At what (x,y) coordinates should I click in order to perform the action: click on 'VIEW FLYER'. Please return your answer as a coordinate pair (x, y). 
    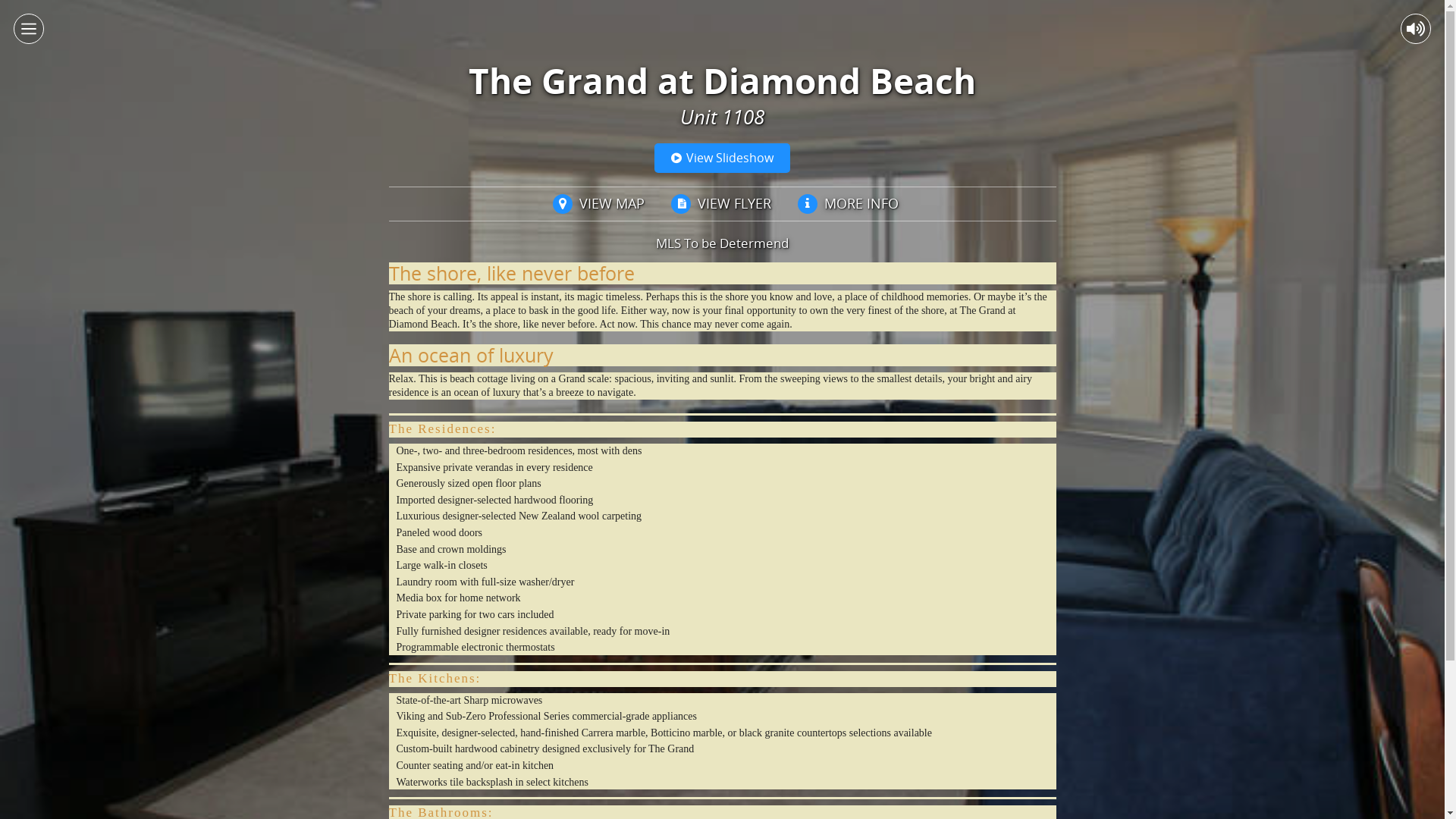
    Looking at the image, I should click on (717, 203).